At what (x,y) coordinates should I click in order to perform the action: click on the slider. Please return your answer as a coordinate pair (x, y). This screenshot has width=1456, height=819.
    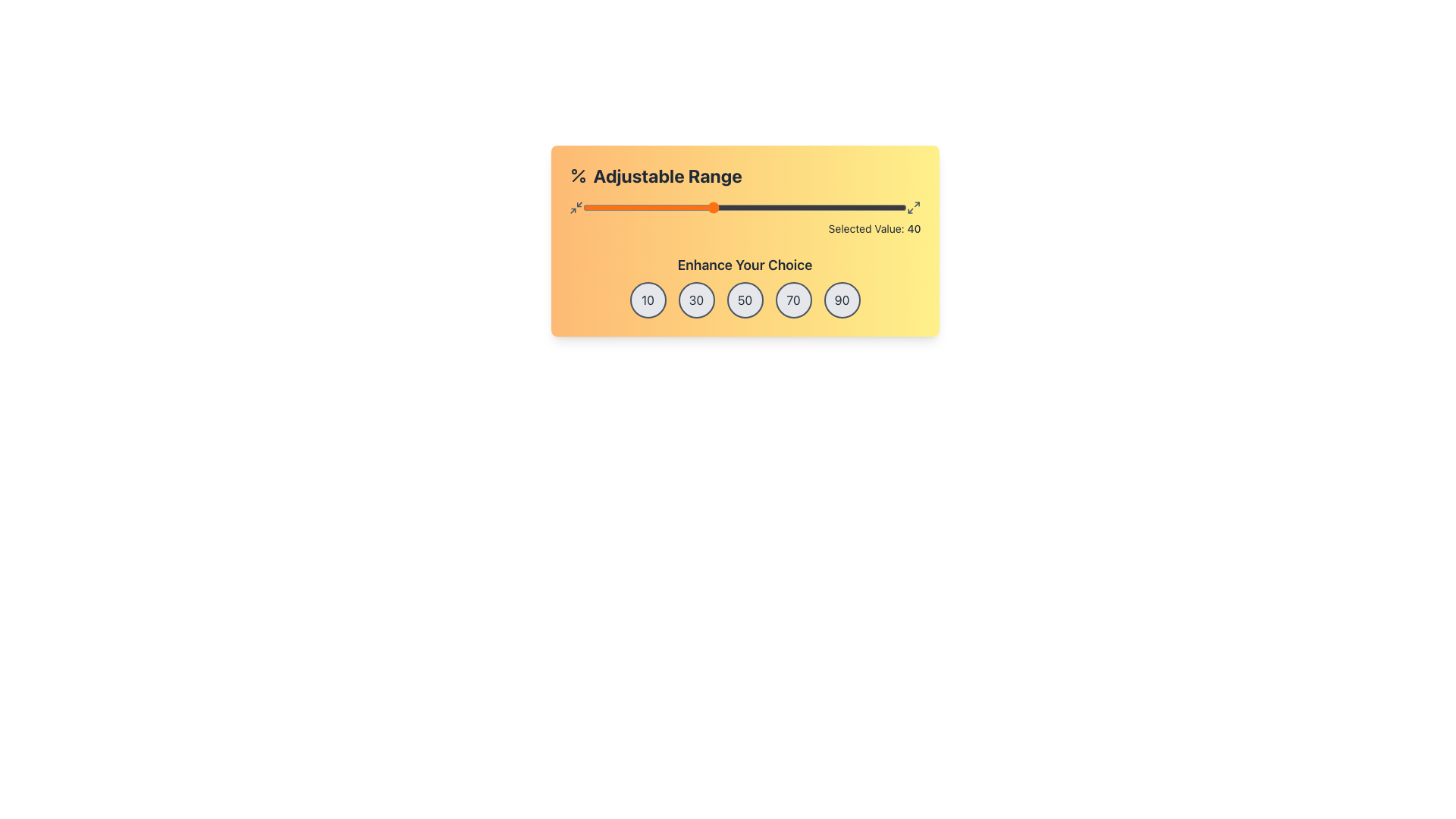
    Looking at the image, I should click on (745, 207).